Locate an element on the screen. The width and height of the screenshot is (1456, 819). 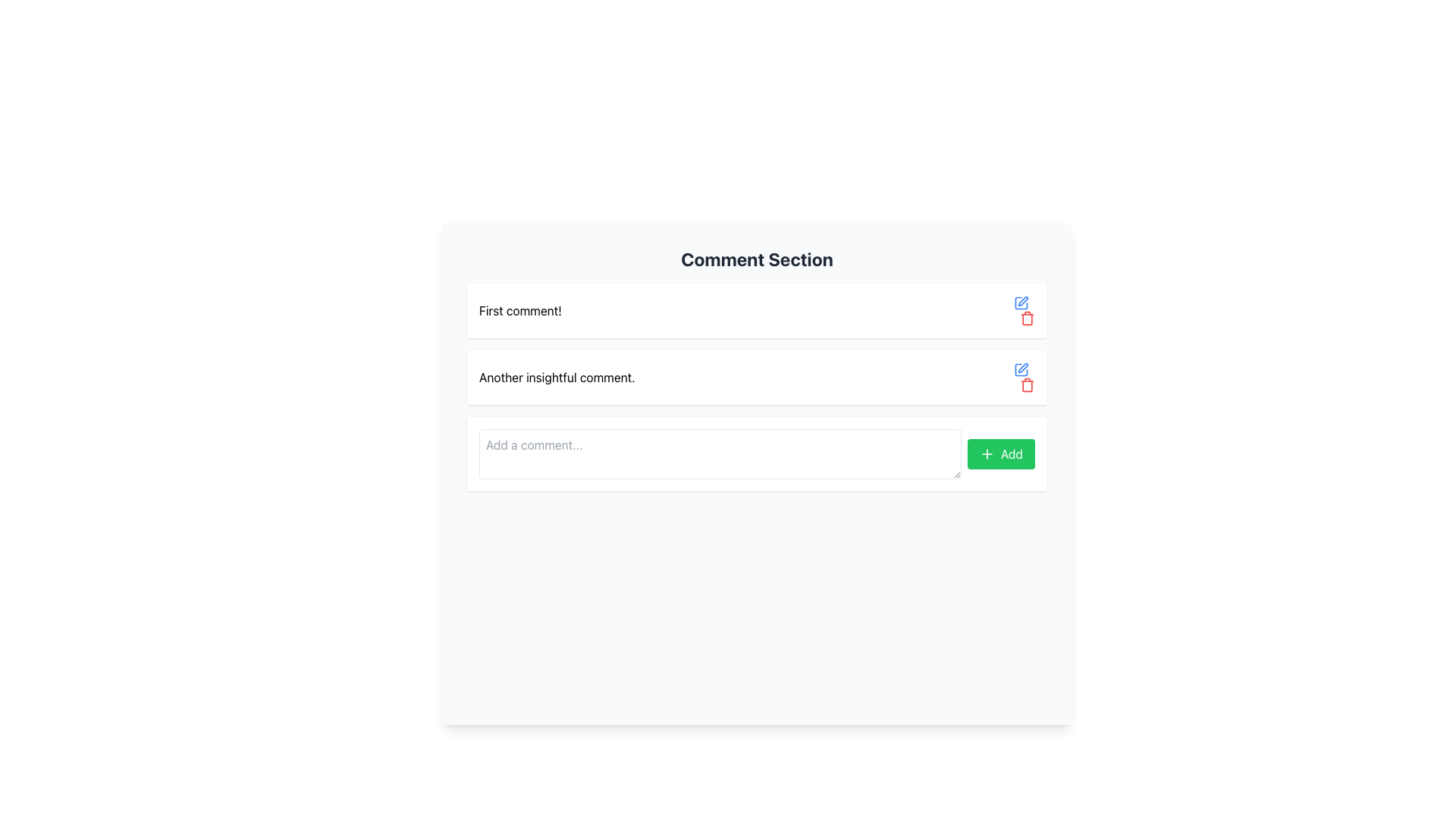
the blue pen icon used for edit actions located to the right of the first comment in the comment section is located at coordinates (1023, 368).